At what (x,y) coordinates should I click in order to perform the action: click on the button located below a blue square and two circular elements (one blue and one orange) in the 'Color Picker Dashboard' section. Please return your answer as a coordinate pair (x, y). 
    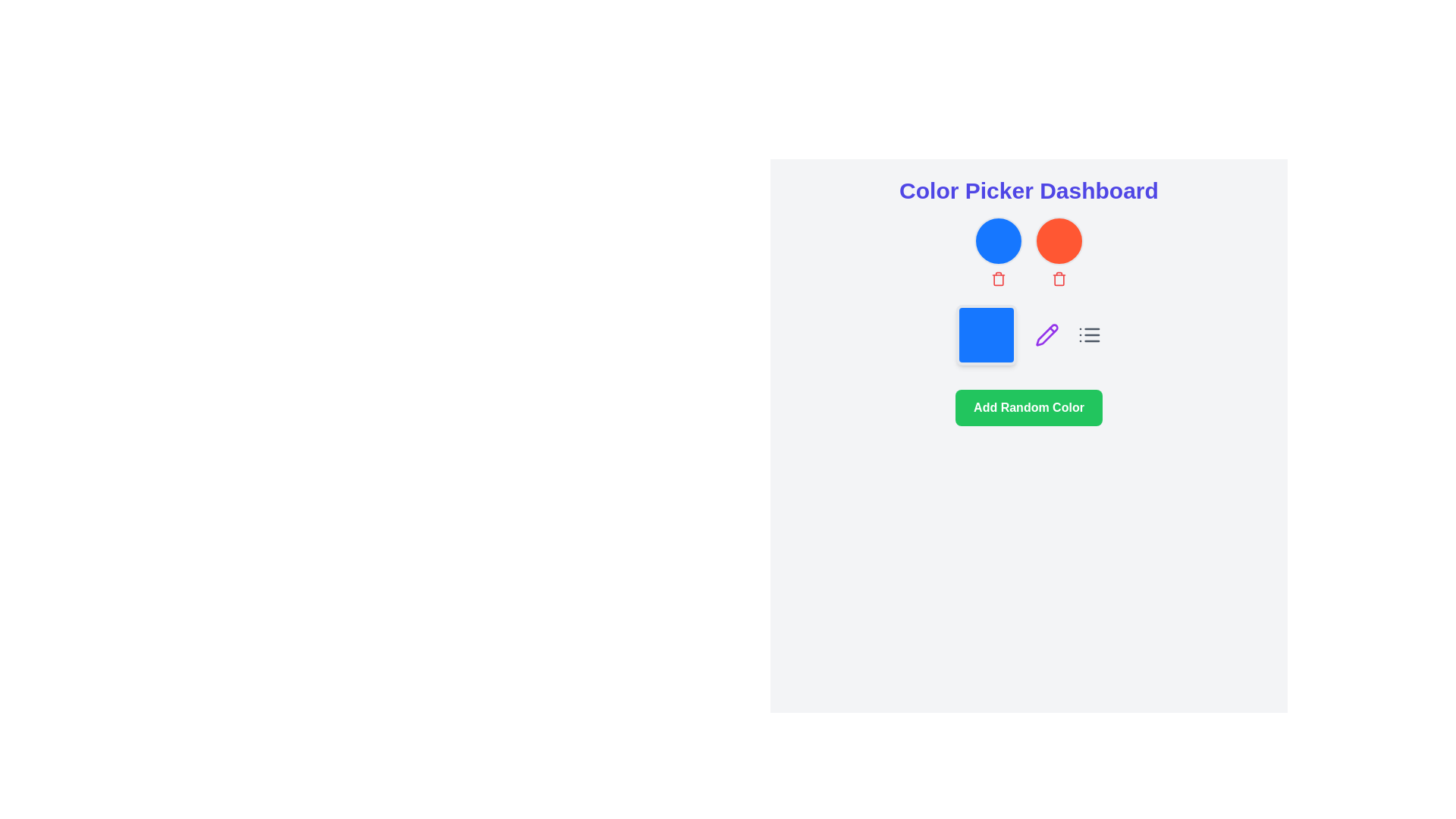
    Looking at the image, I should click on (1029, 406).